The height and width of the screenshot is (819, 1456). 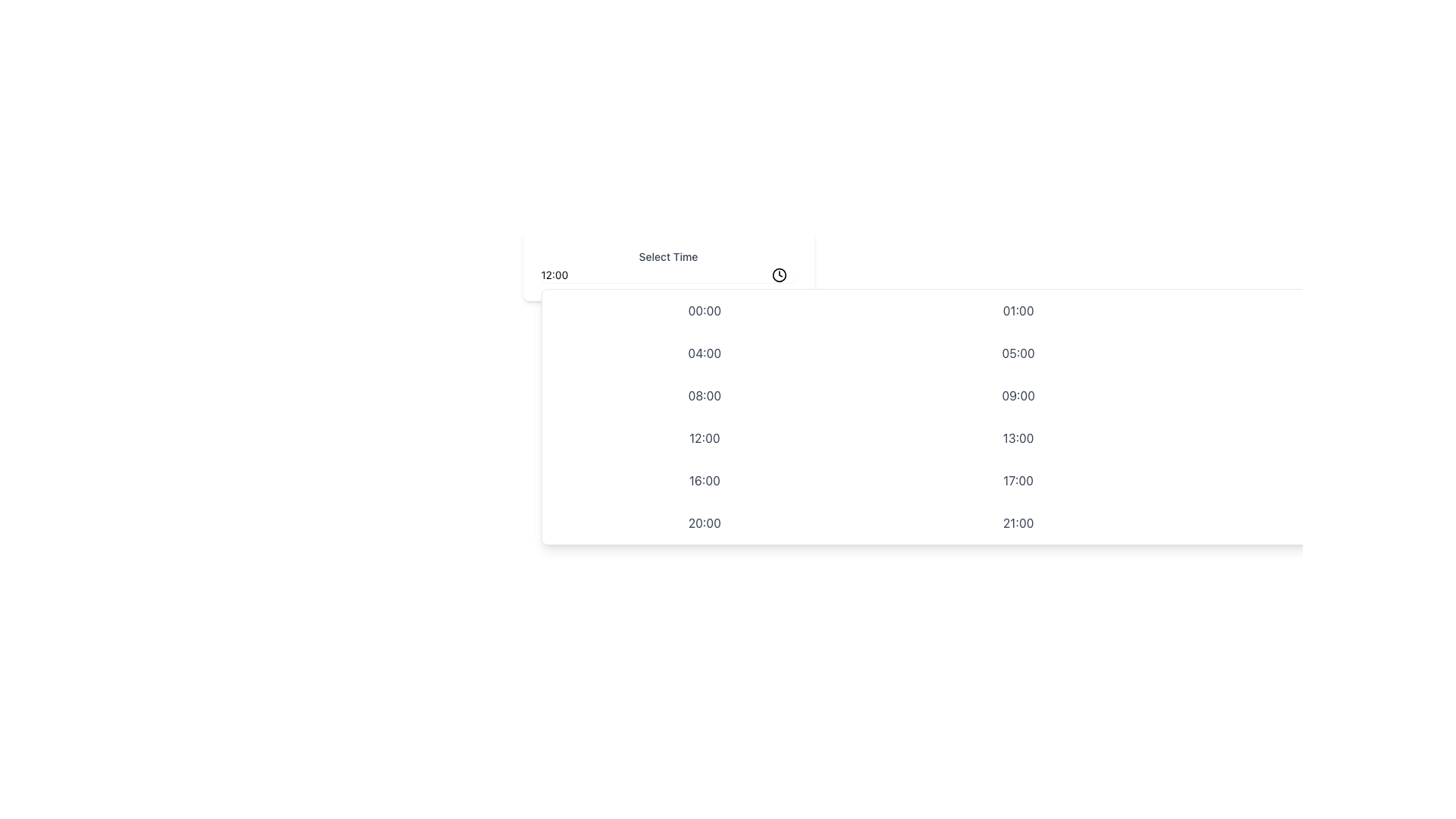 I want to click on the time selection button (00:00) in the time picker interface located in the first row and first column of the grid, so click(x=704, y=309).